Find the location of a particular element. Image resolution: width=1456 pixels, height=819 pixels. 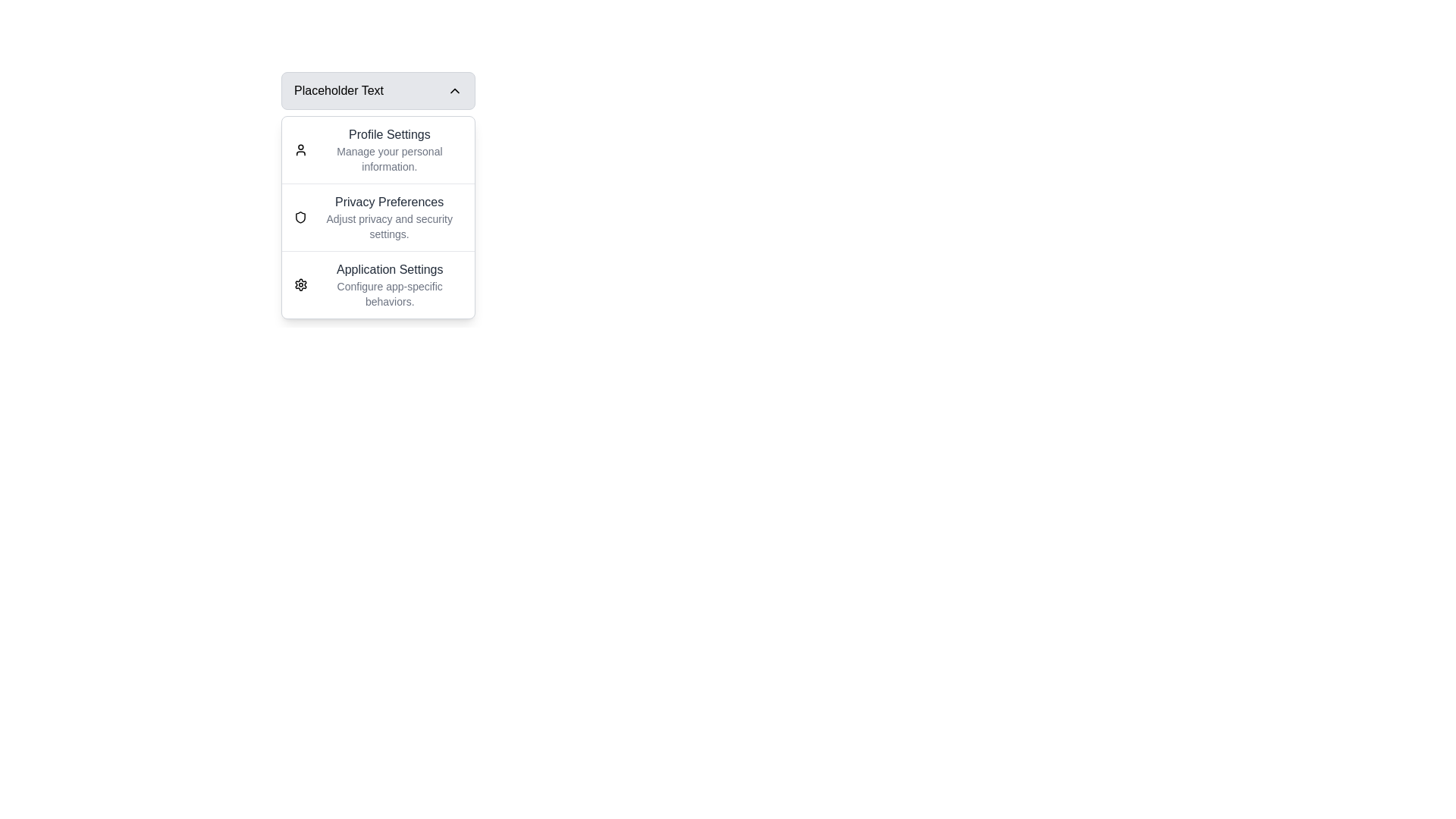

the shield-shaped icon associated with the 'Privacy Preferences' menu item, located directly to the left of the text 'Privacy Preferences' is located at coordinates (300, 217).